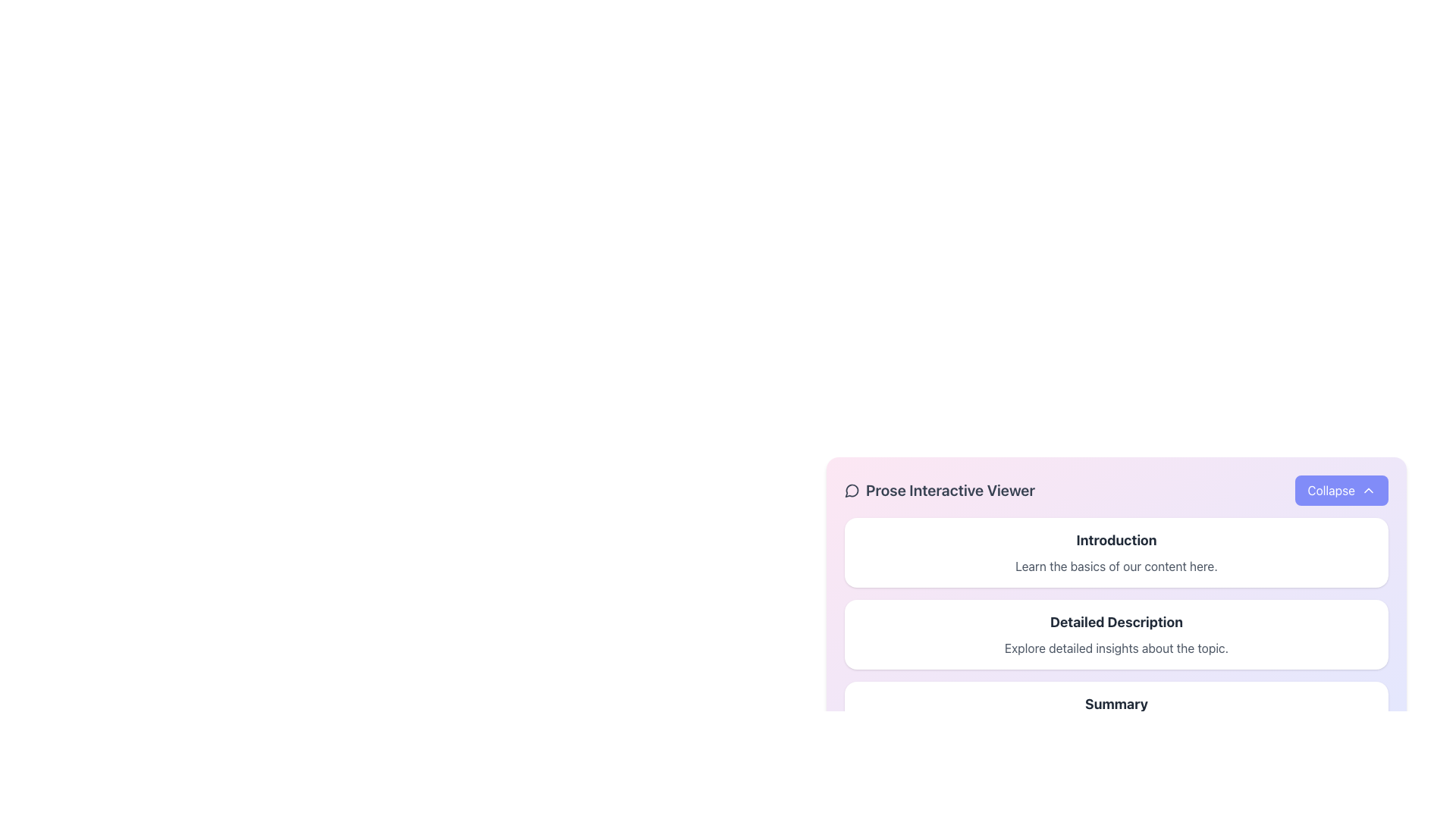  What do you see at coordinates (1116, 566) in the screenshot?
I see `the text label that reads 'Learn the basics of our content here.', which is styled with a gray font color and located below the bolded header 'Introduction'` at bounding box center [1116, 566].